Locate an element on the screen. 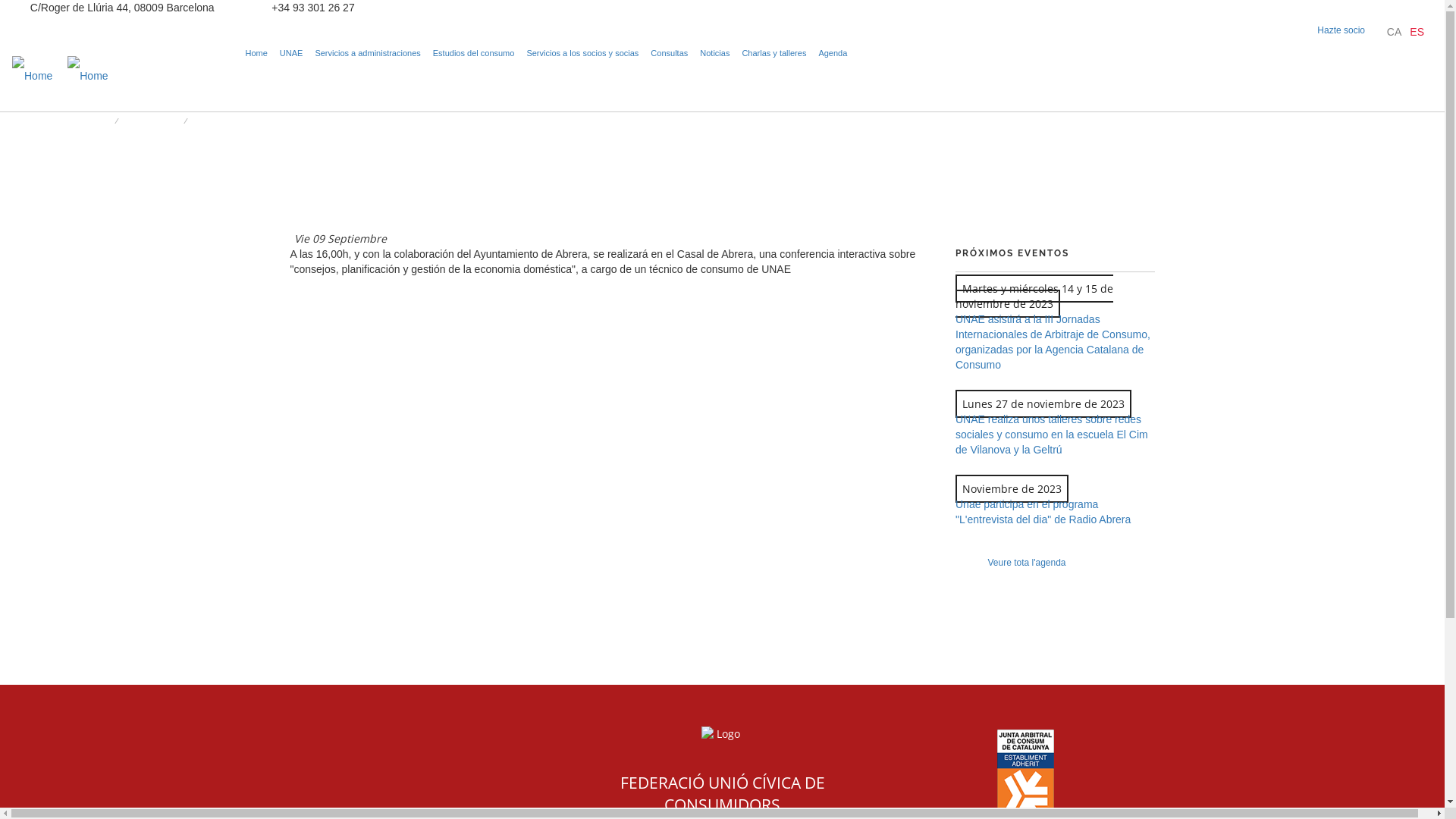 The image size is (1456, 819). 'Hazte socio' is located at coordinates (1341, 30).